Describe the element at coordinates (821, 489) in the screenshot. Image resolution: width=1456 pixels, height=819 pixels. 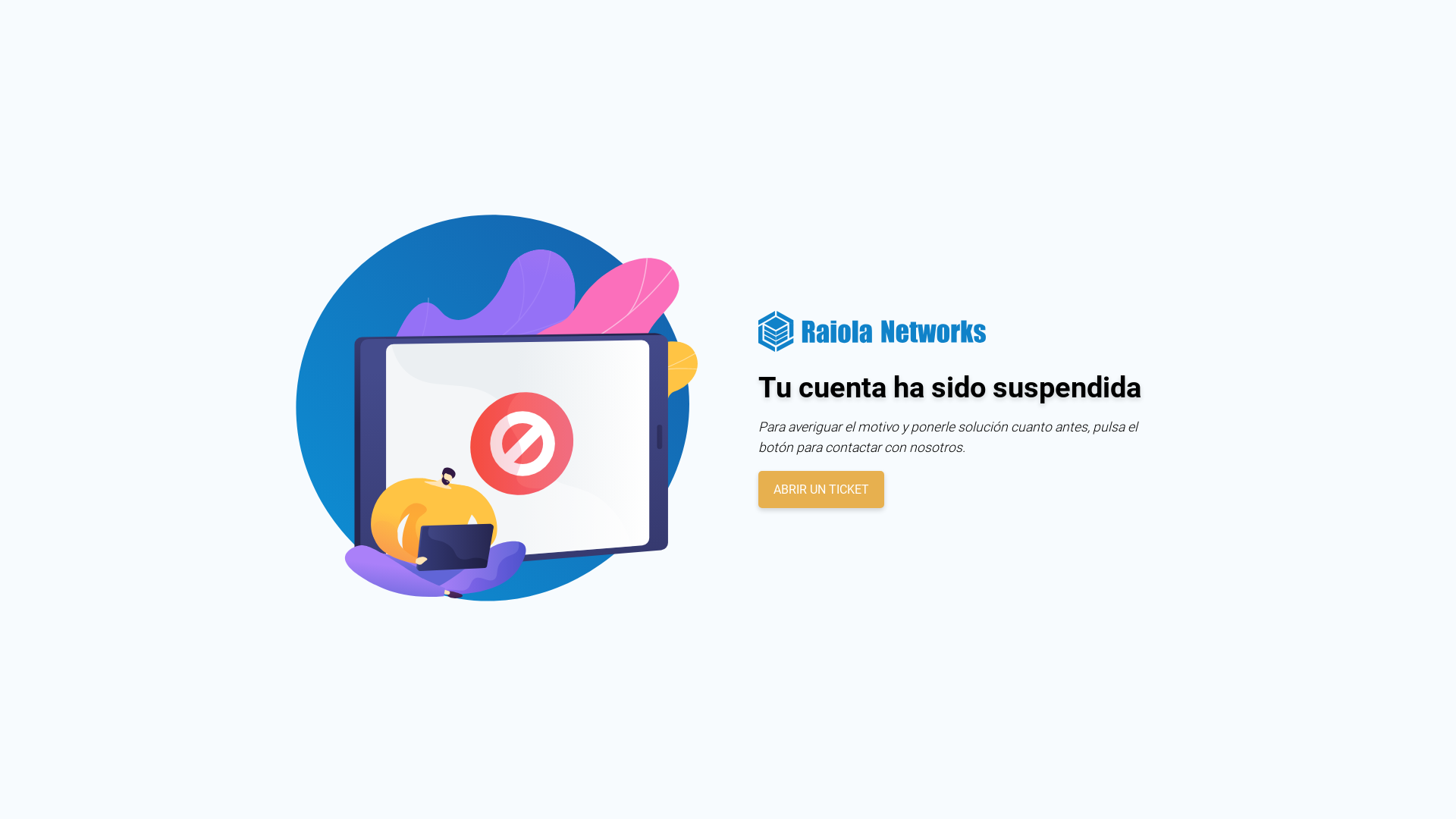
I see `'ABRIR UN TICKET'` at that location.